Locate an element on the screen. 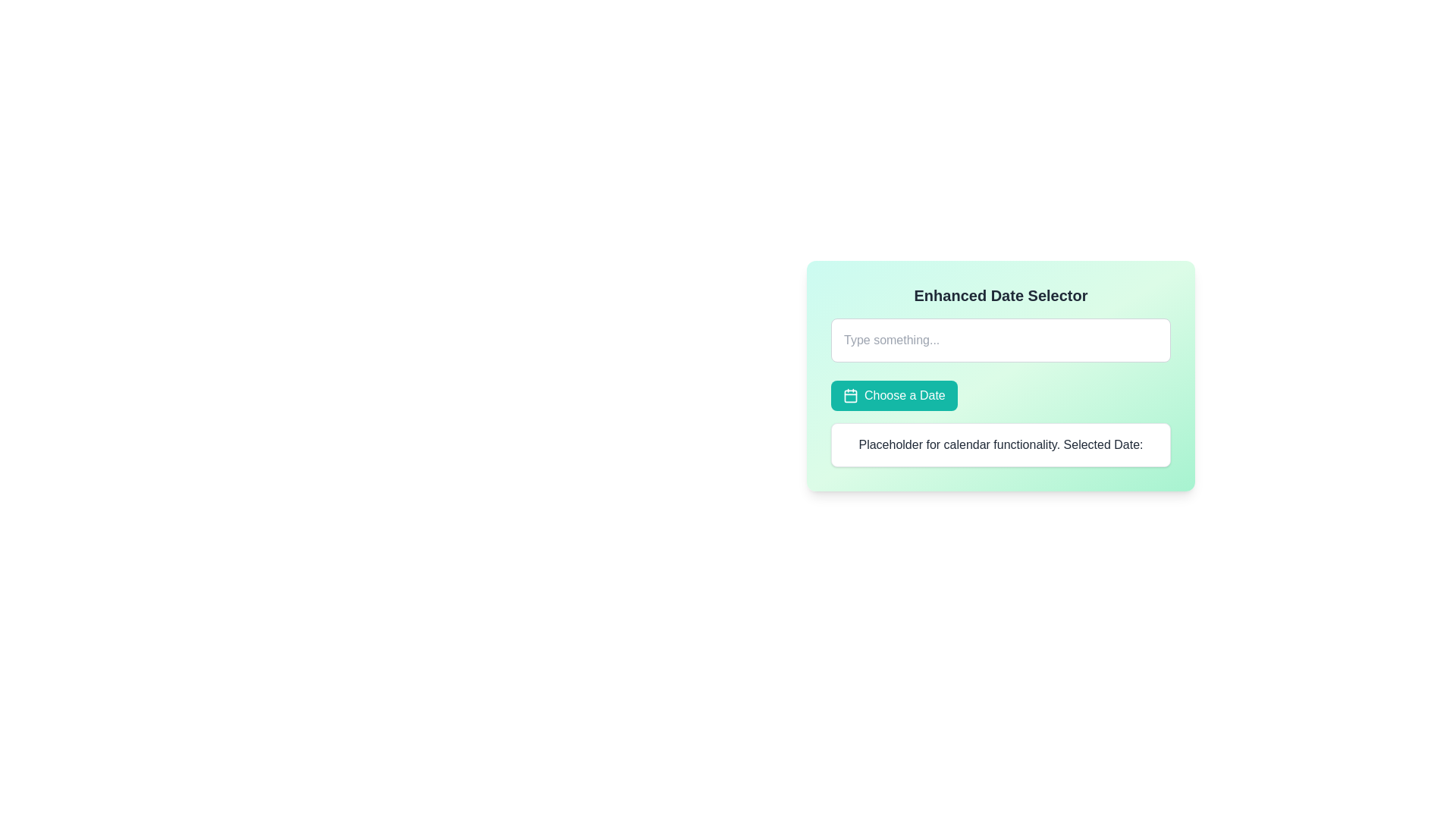  the 'Choose a Date' button which contains the teal-colored calendar SVG icon on the left side of the text label is located at coordinates (851, 394).